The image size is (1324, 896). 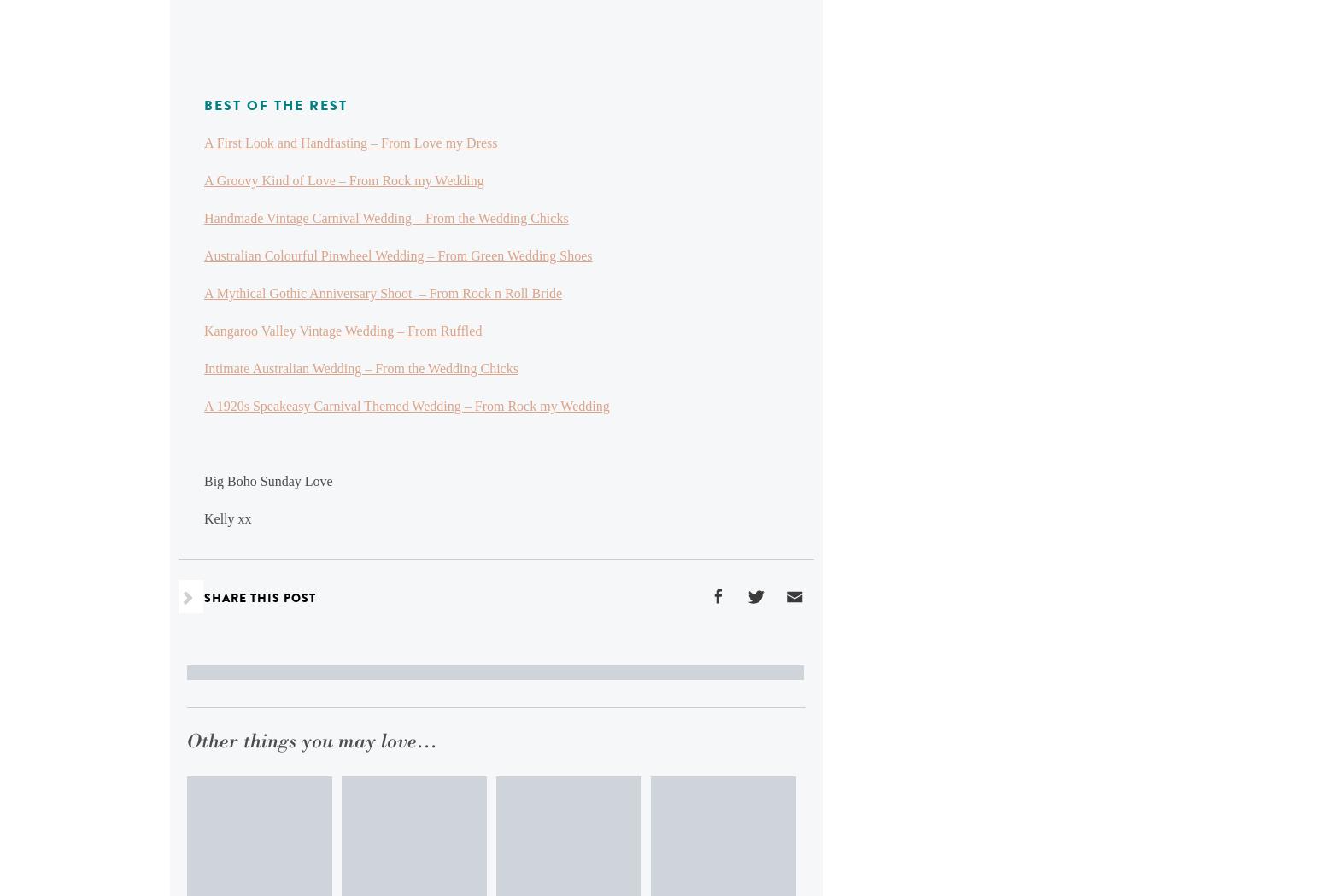 What do you see at coordinates (204, 518) in the screenshot?
I see `'Kelly xx'` at bounding box center [204, 518].